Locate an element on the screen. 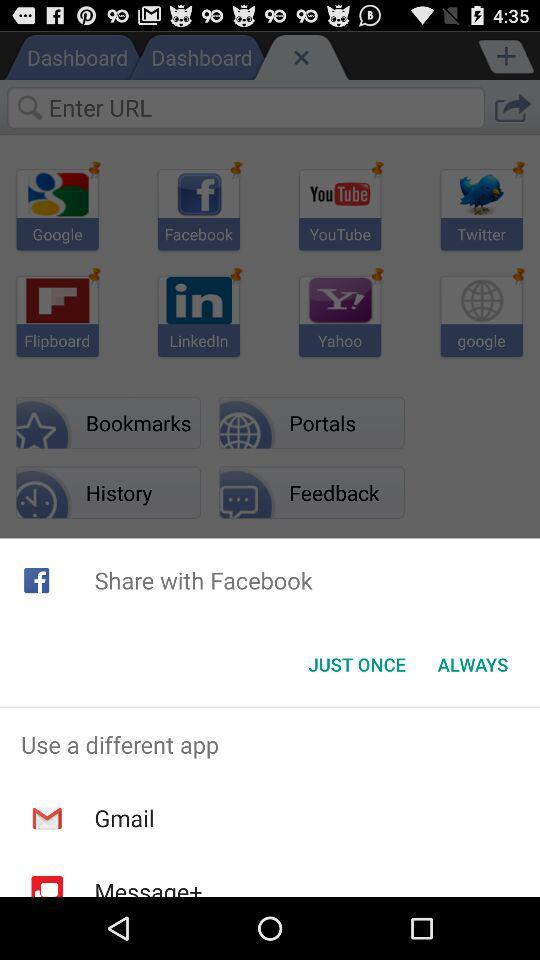 The image size is (540, 960). the app above message+ item is located at coordinates (124, 818).